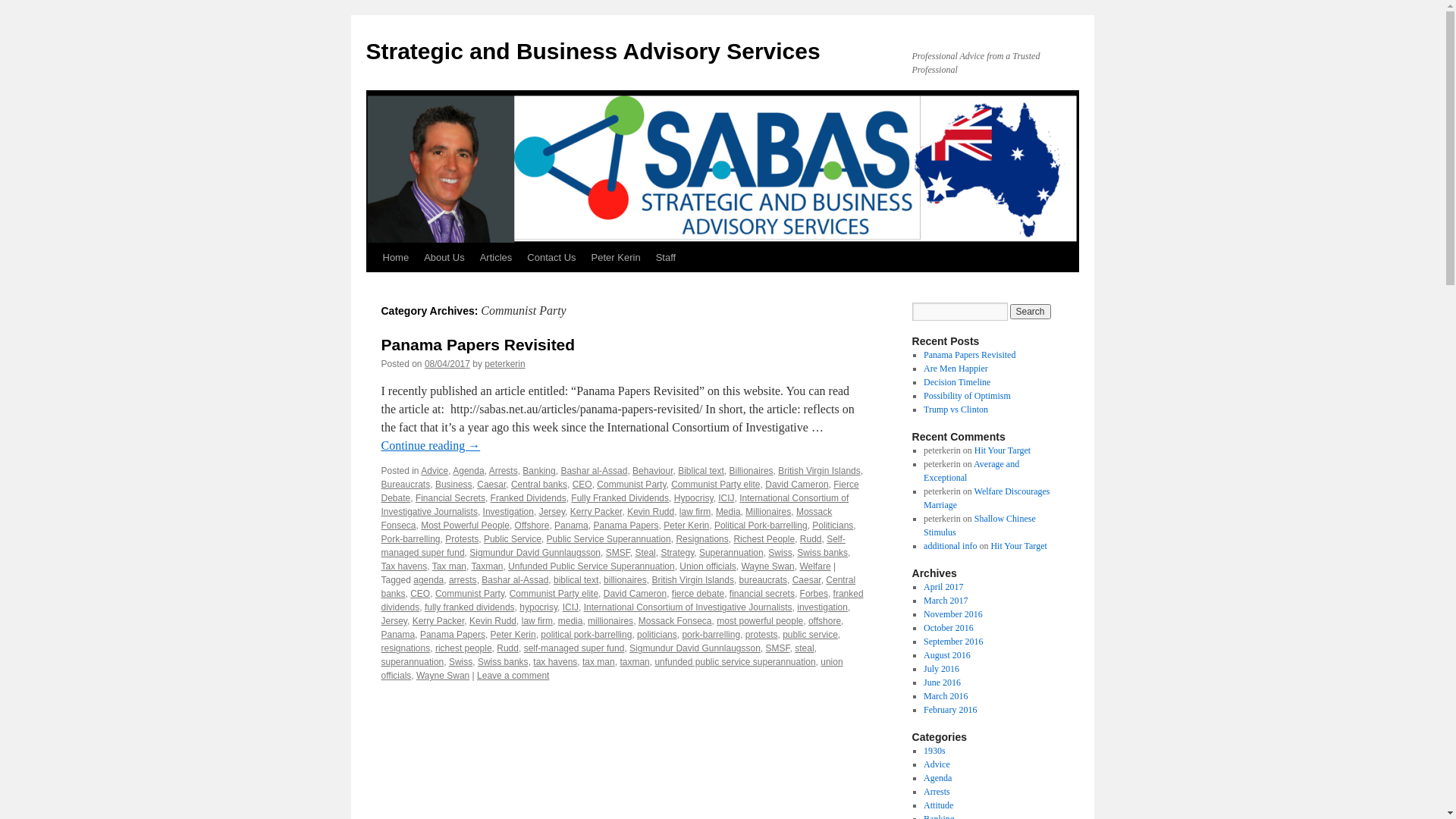 Image resolution: width=1456 pixels, height=819 pixels. Describe the element at coordinates (966, 394) in the screenshot. I see `'Possibility of Optimism'` at that location.